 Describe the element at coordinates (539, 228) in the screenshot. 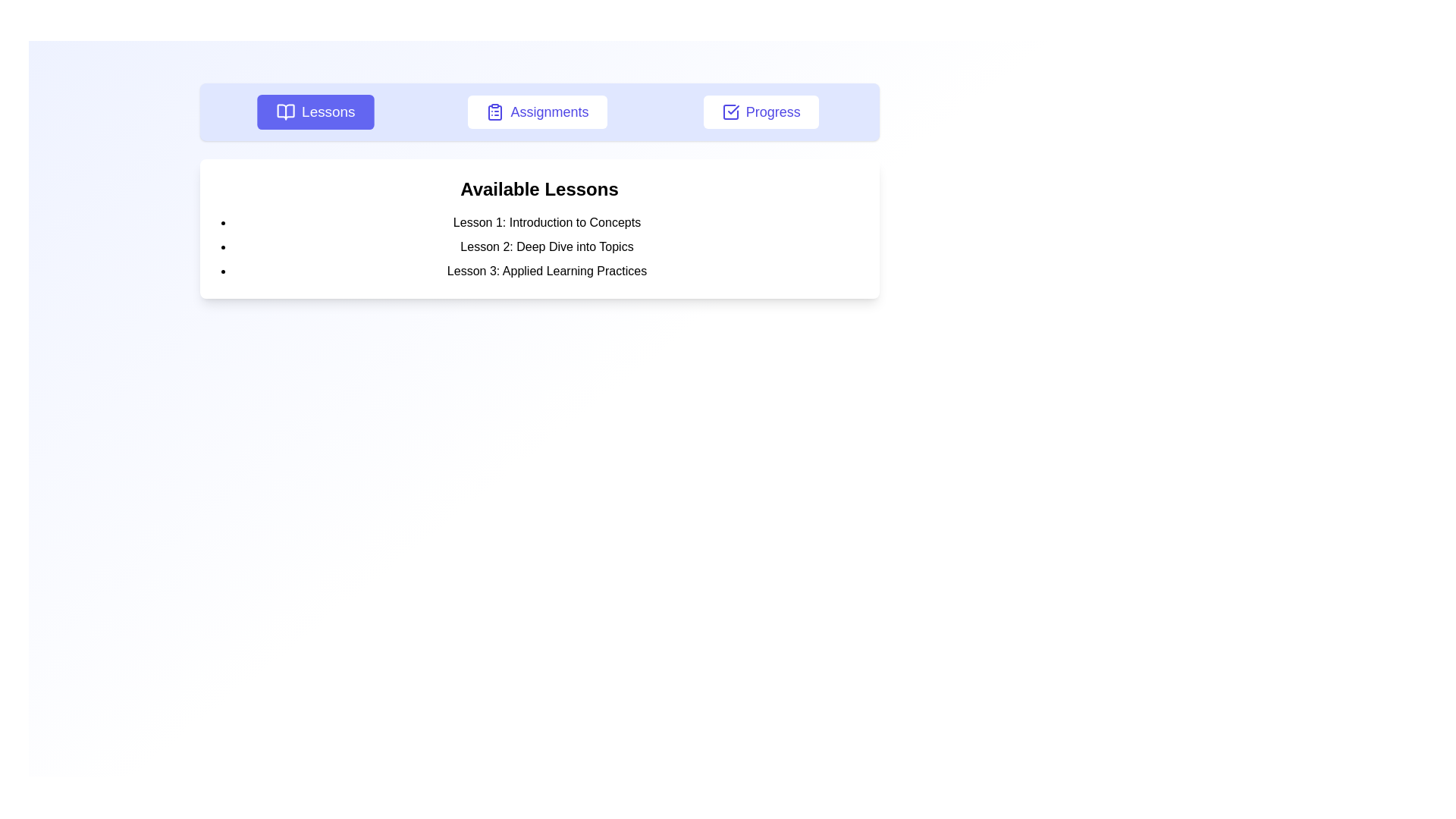

I see `the text block that displays the title and list of lesson names, located beneath the navigation bar and contained within a white box with rounded corners` at that location.